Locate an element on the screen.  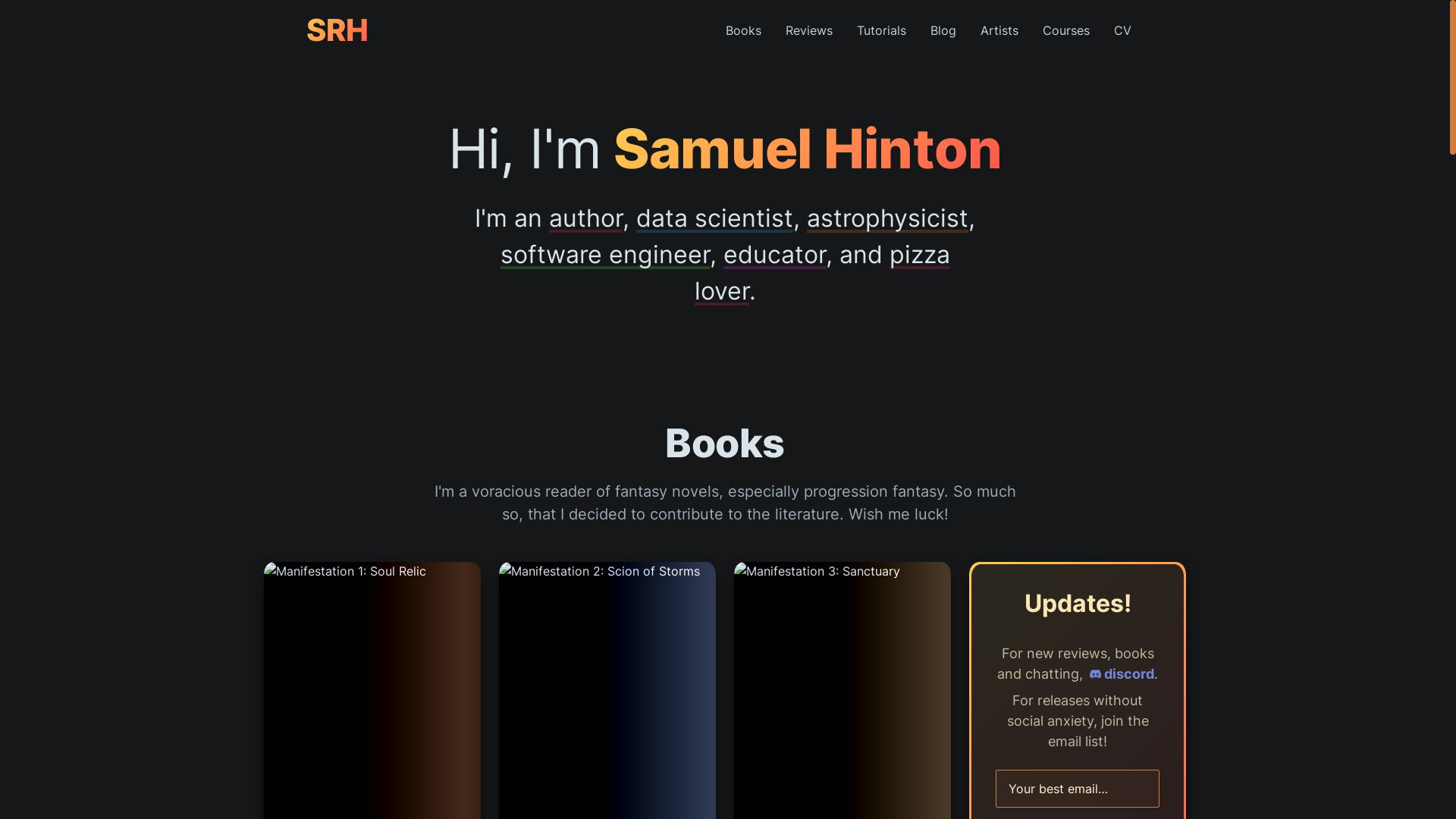
'CV' is located at coordinates (1102, 30).